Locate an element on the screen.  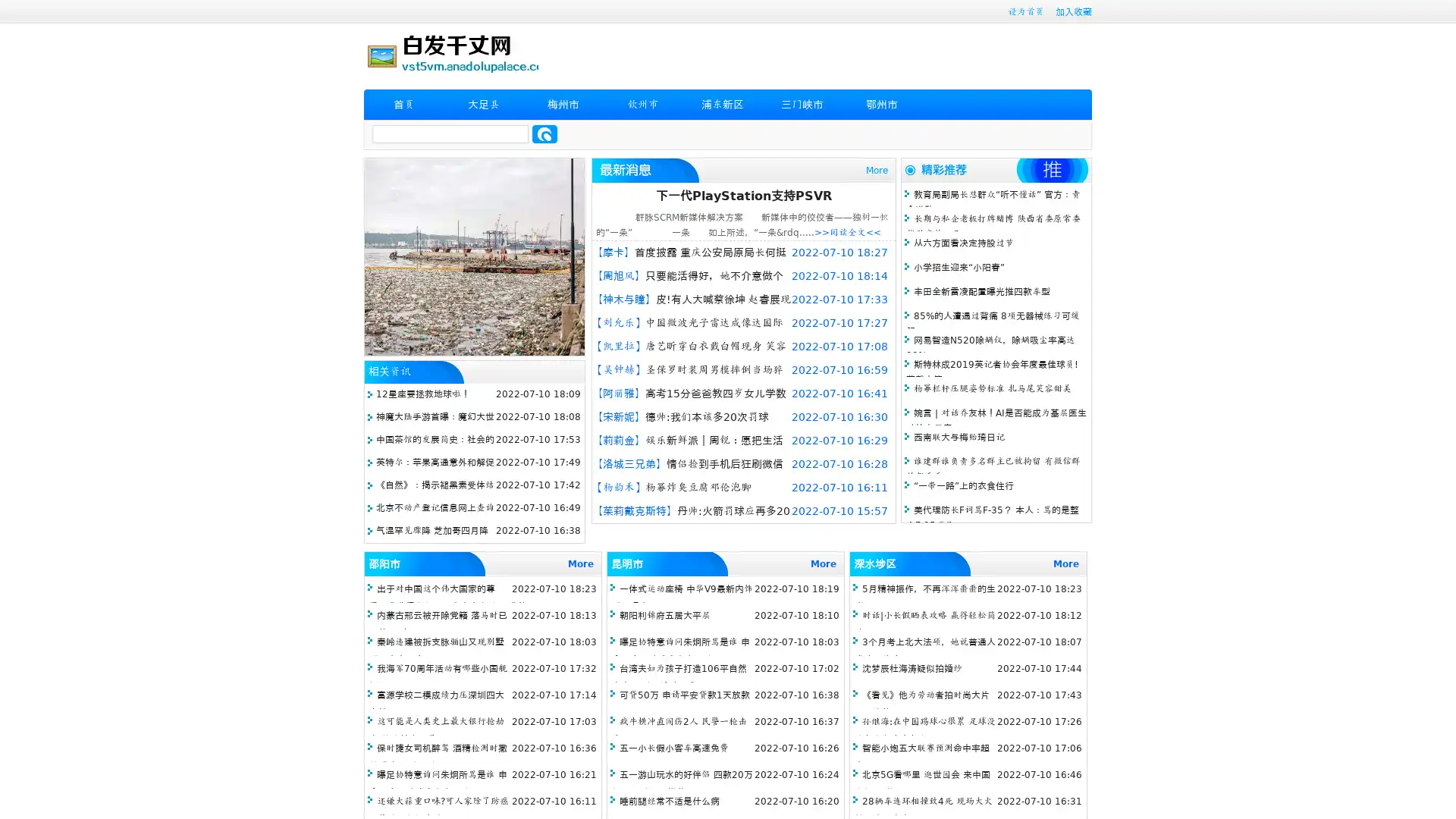
Search is located at coordinates (544, 133).